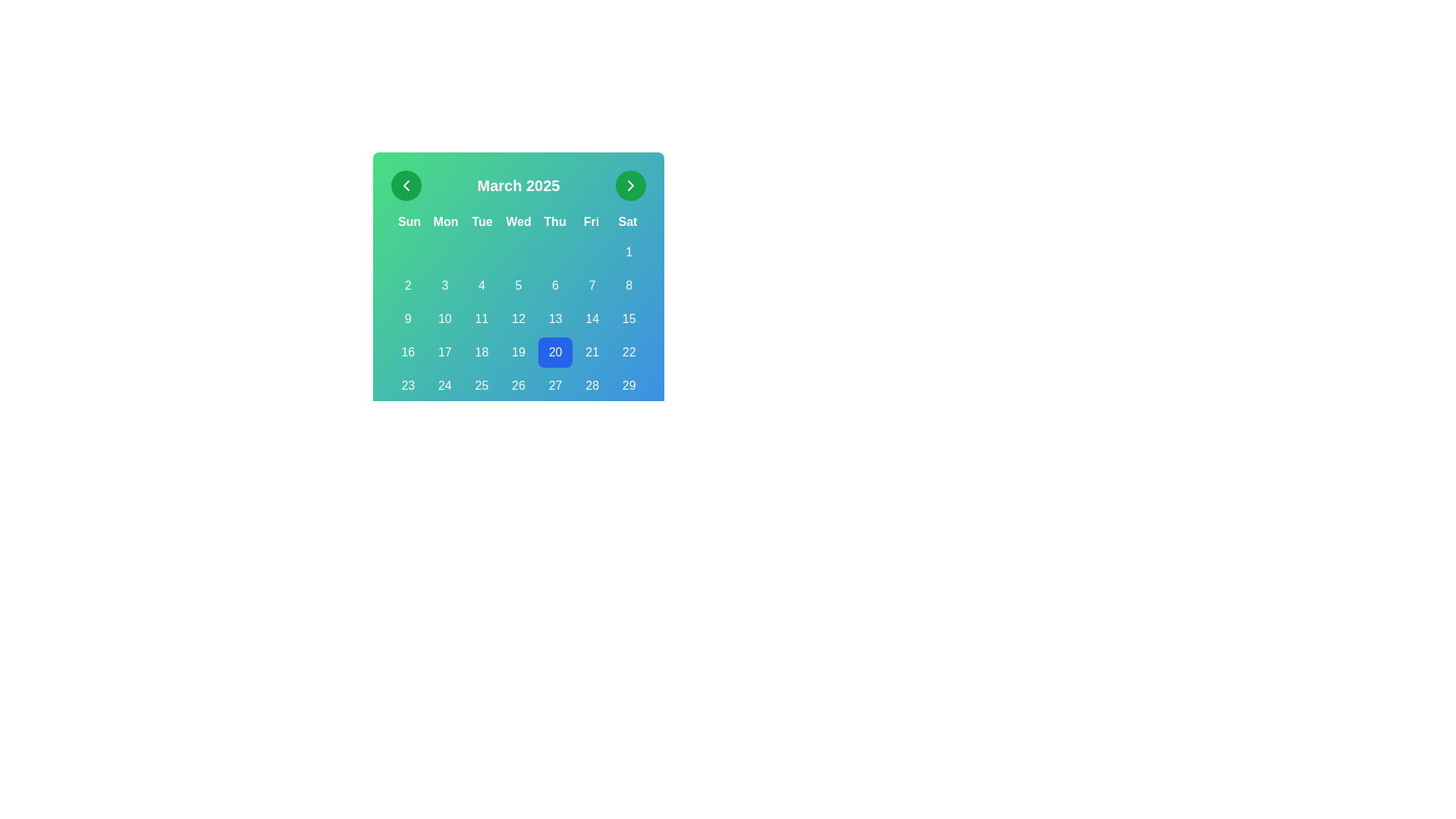 The image size is (1456, 819). I want to click on the rectangular button with rounded corners and a turquoise background that displays the numeral '3' in bold white font, located, so click(444, 286).